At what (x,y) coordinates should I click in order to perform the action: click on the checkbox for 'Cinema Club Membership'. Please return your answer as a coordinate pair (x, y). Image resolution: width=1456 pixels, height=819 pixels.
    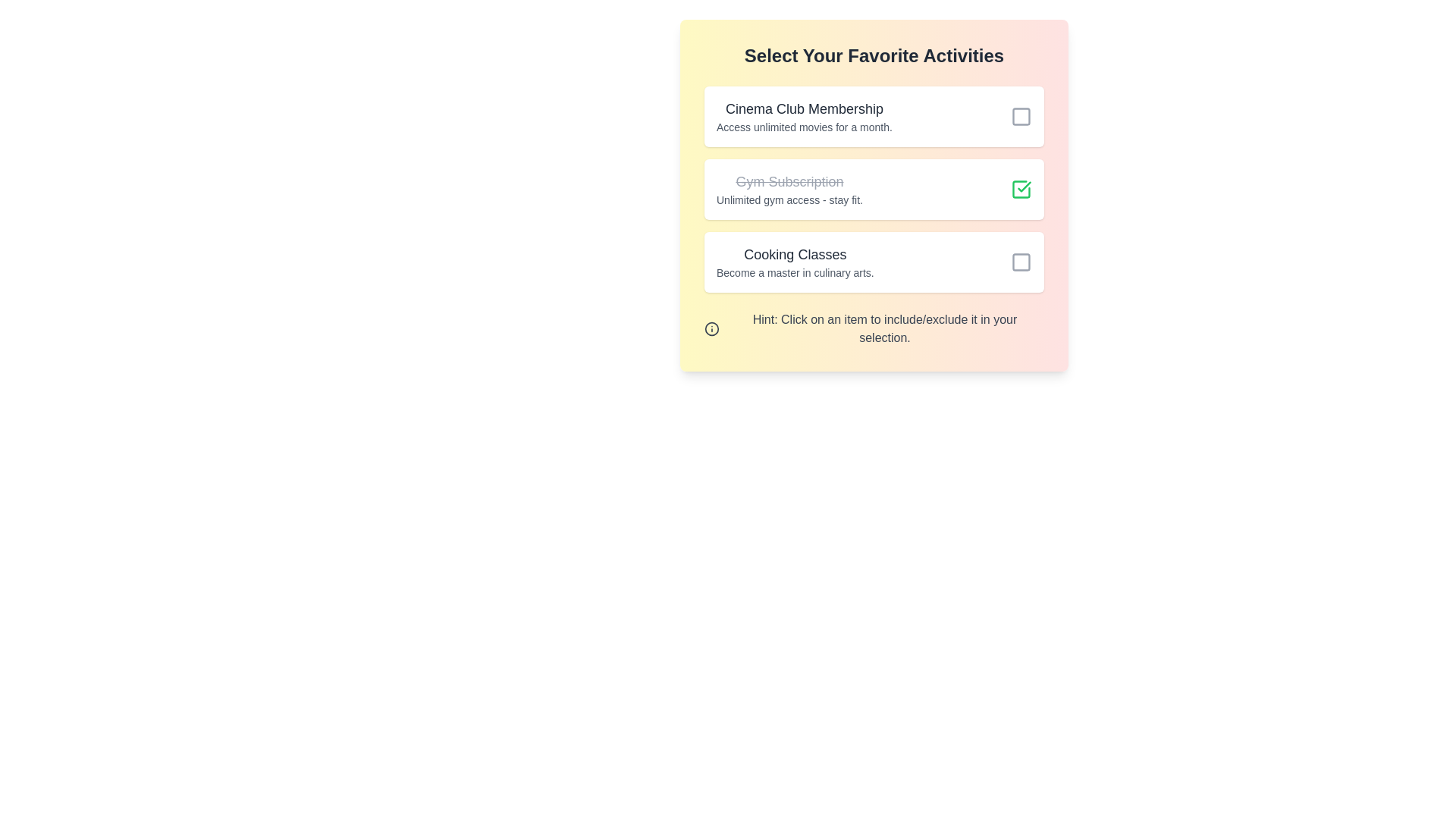
    Looking at the image, I should click on (1021, 116).